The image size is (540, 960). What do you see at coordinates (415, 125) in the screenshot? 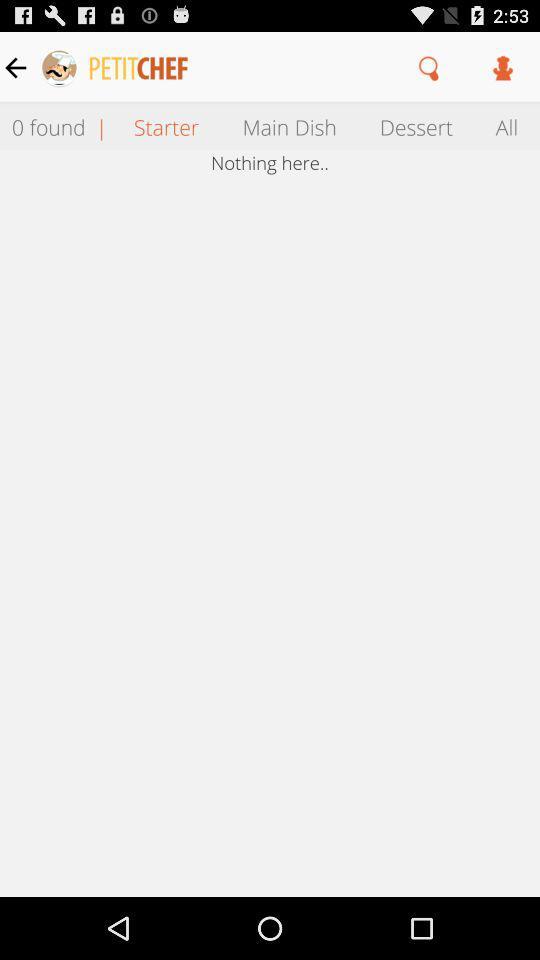
I see `the item to the right of the main dish icon` at bounding box center [415, 125].